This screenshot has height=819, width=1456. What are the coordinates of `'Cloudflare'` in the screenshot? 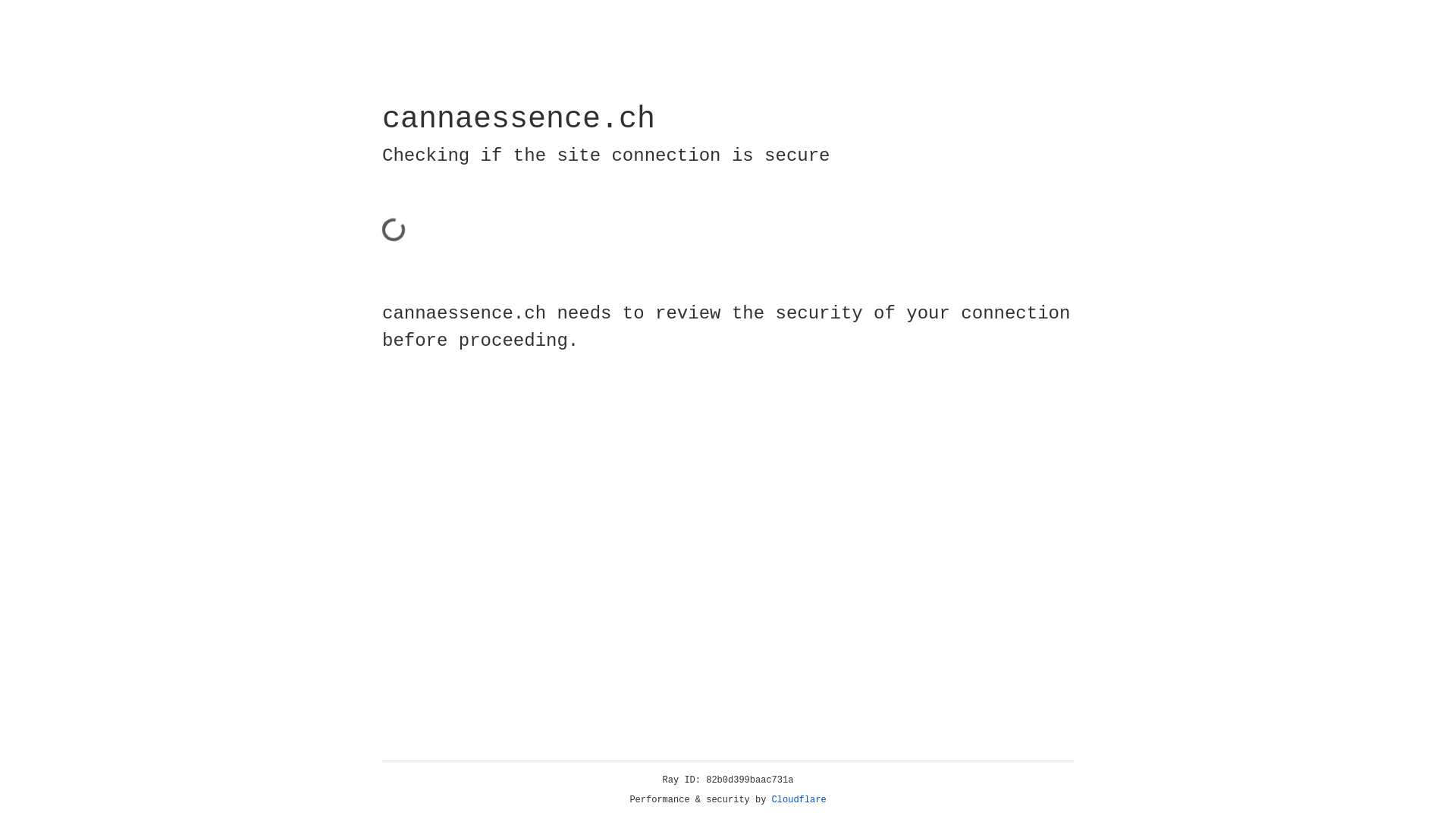 It's located at (799, 799).